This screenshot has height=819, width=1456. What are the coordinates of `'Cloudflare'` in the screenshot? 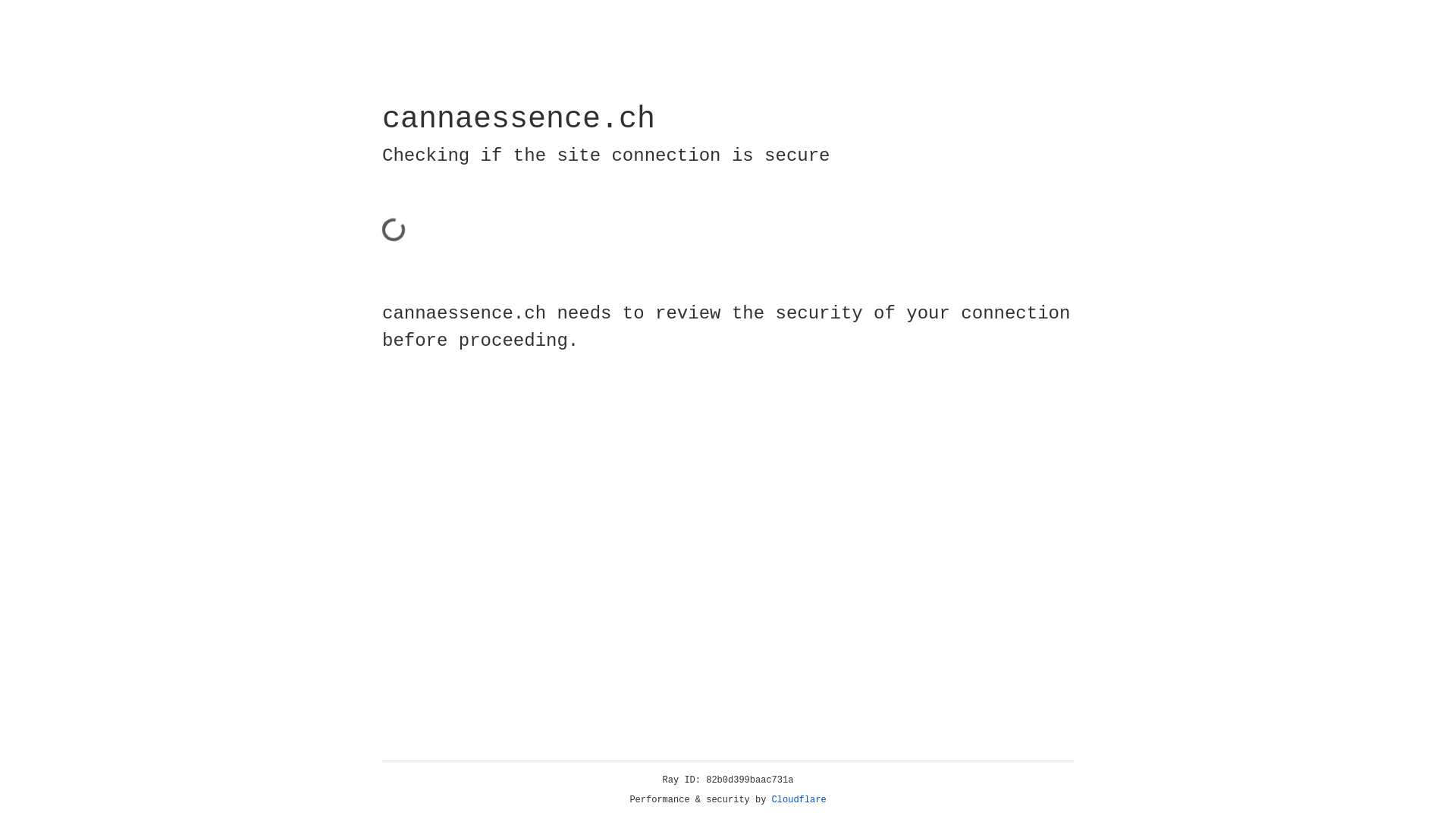 It's located at (799, 799).